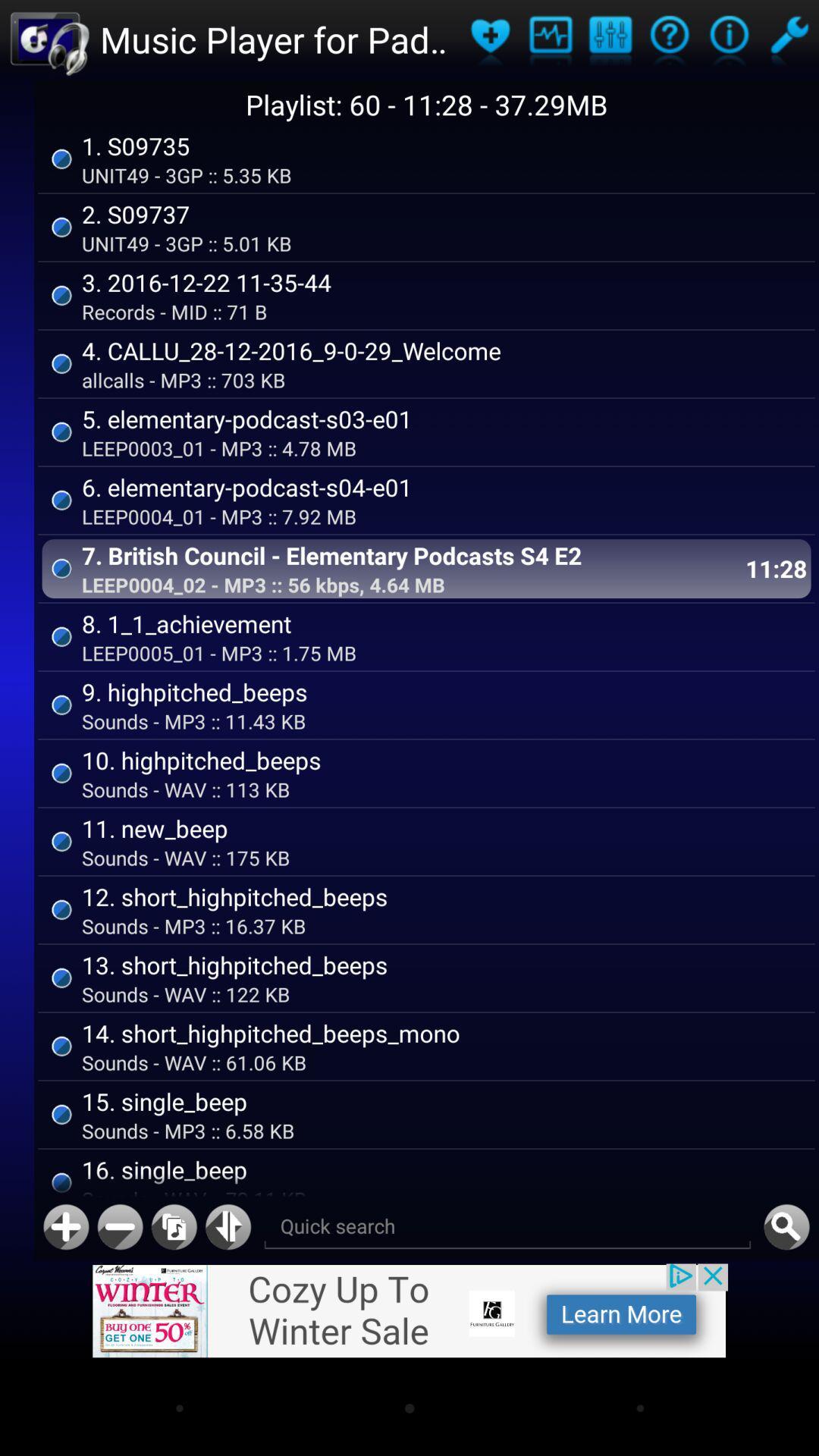 Image resolution: width=819 pixels, height=1456 pixels. I want to click on playlist entry, so click(669, 39).